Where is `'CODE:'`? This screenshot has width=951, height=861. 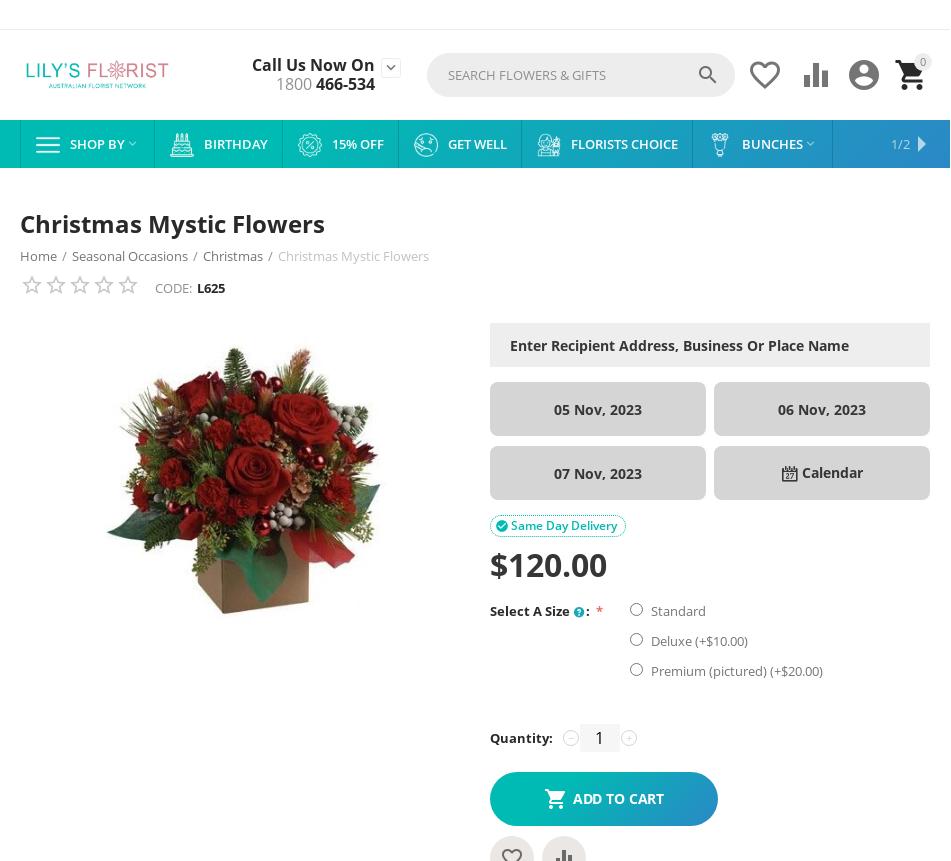 'CODE:' is located at coordinates (173, 288).